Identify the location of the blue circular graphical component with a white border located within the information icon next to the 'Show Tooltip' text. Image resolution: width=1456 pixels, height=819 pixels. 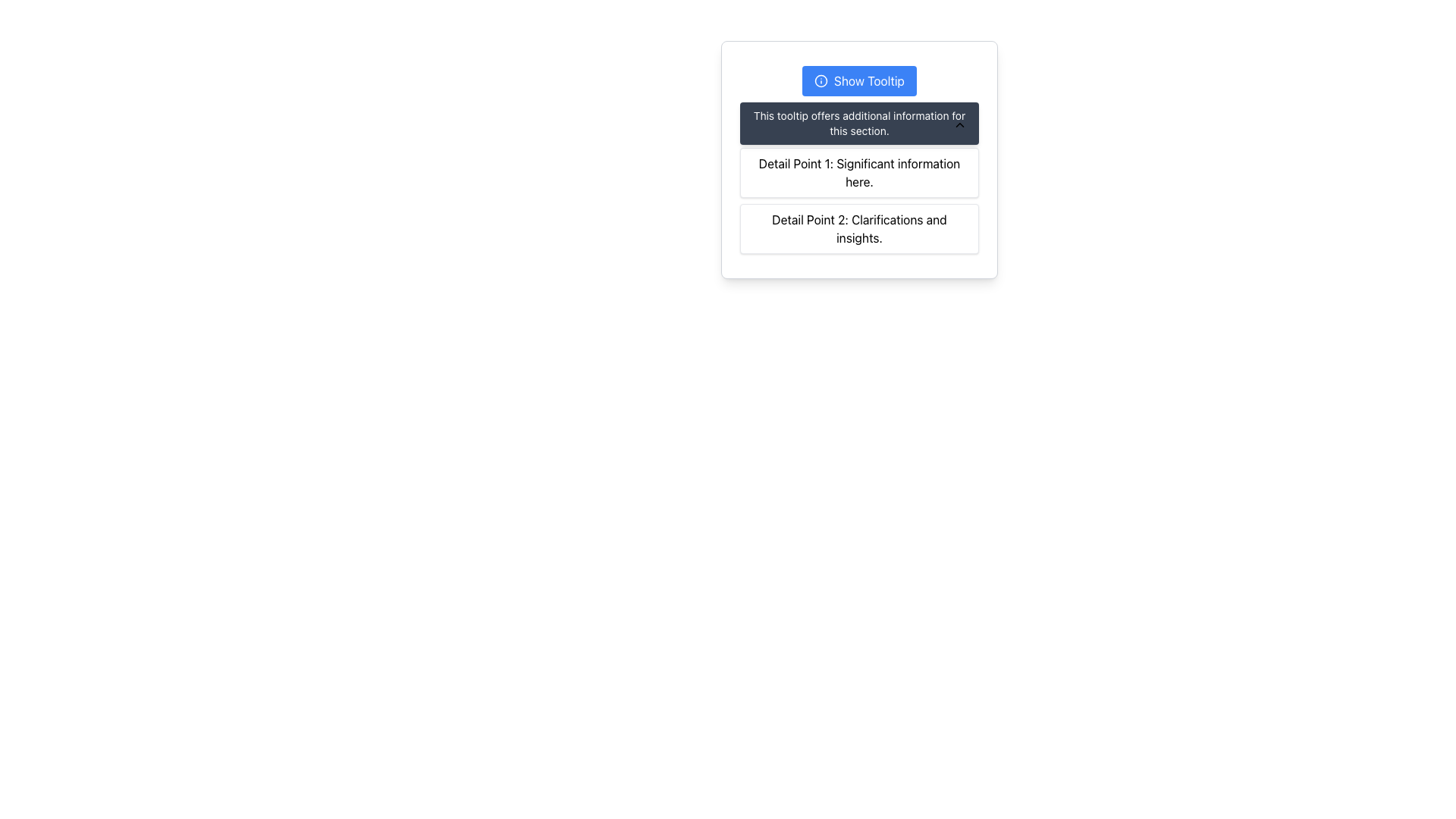
(821, 81).